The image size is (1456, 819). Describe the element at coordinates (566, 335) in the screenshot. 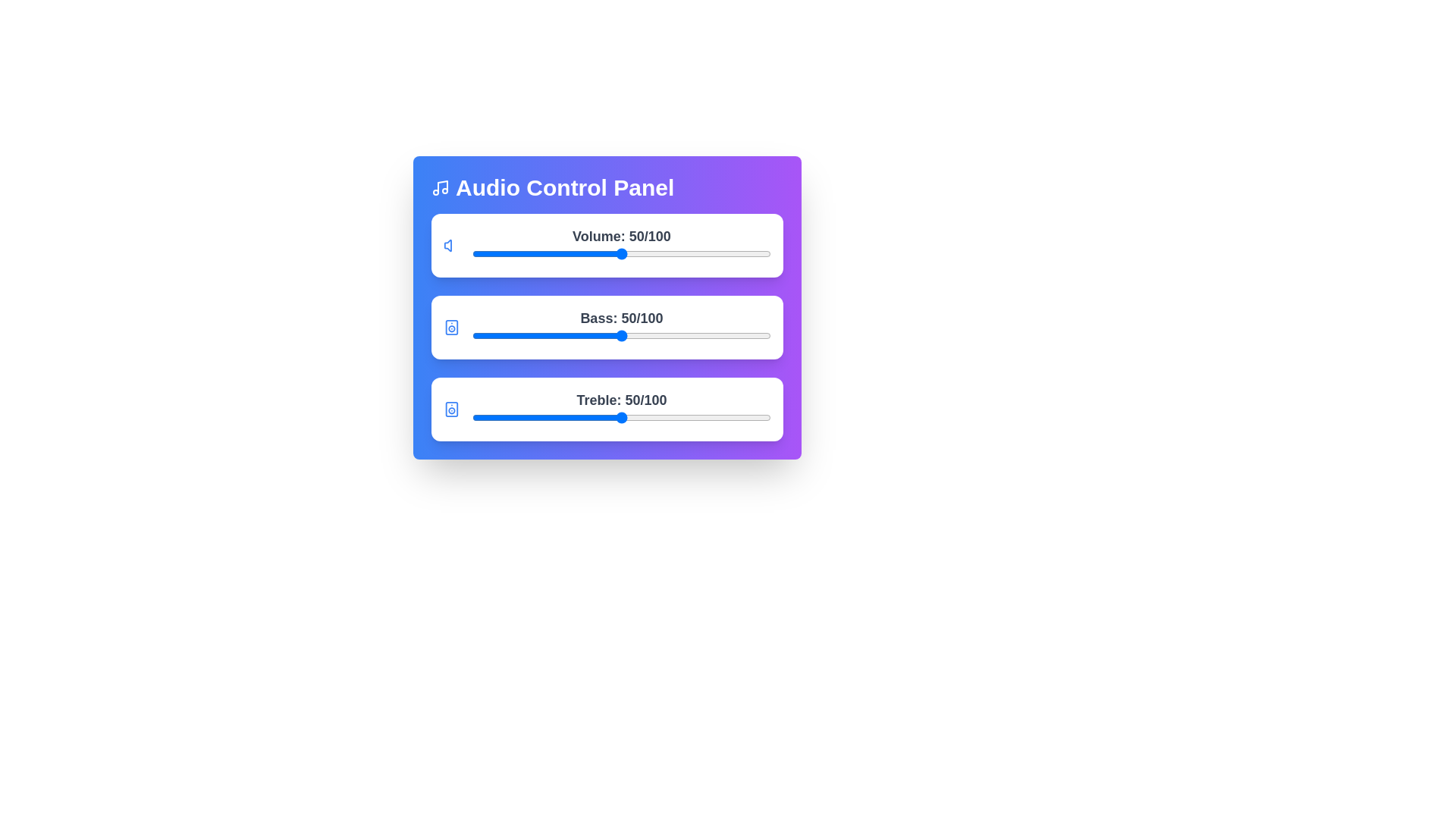

I see `the bass slider to 32` at that location.